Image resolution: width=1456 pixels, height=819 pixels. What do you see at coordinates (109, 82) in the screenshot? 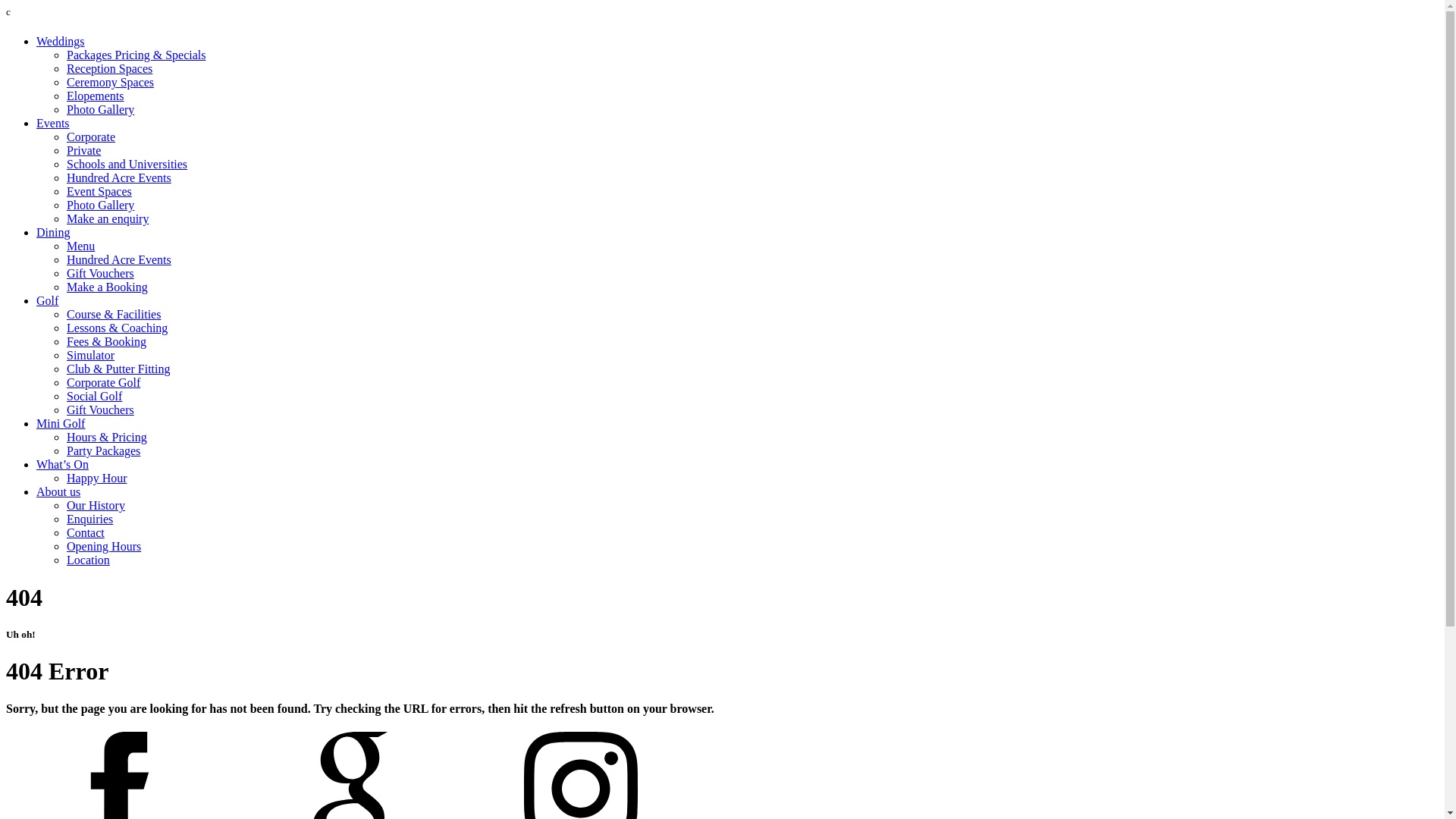
I see `'Ceremony Spaces'` at bounding box center [109, 82].